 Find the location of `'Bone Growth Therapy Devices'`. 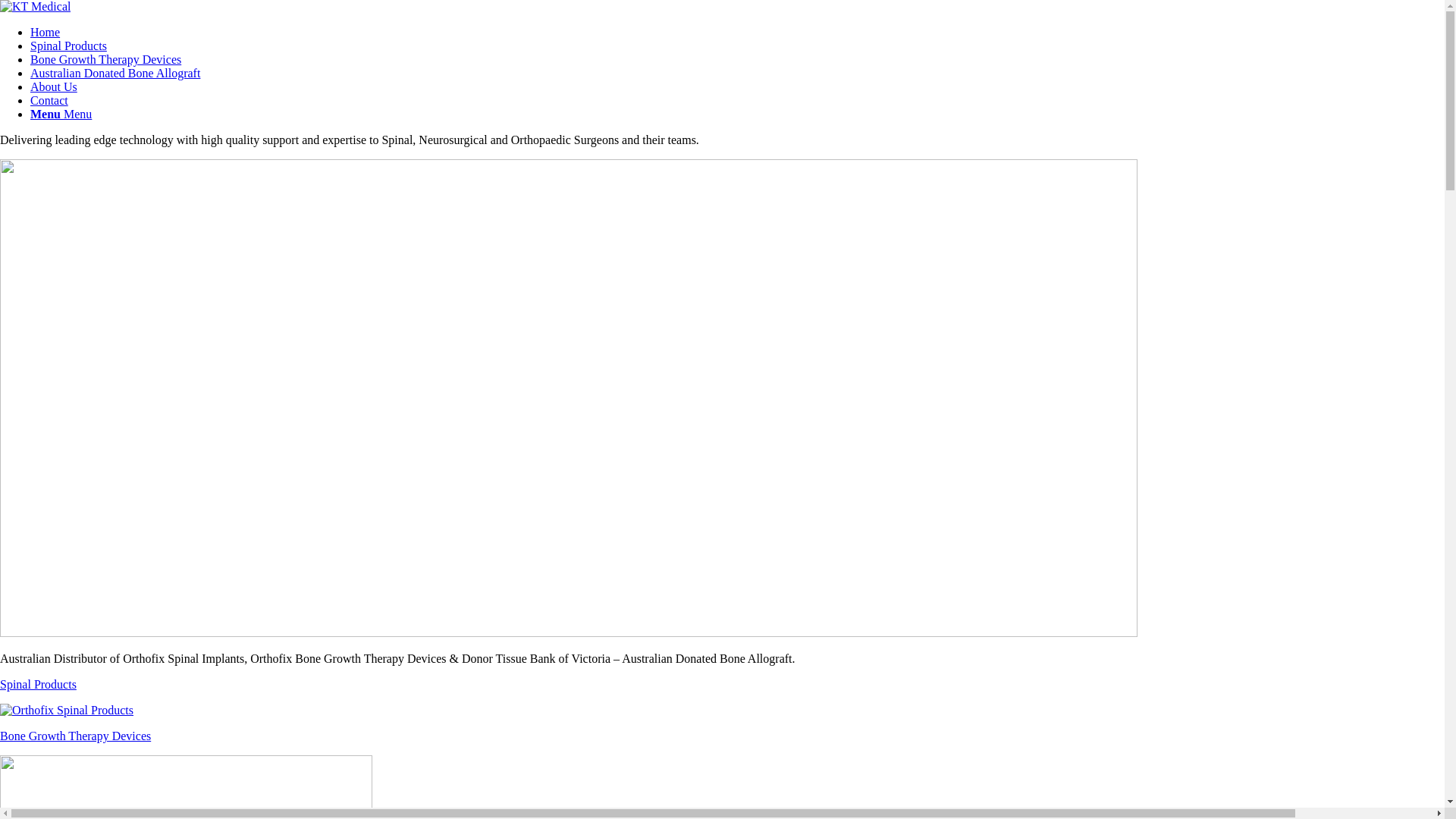

'Bone Growth Therapy Devices' is located at coordinates (30, 58).